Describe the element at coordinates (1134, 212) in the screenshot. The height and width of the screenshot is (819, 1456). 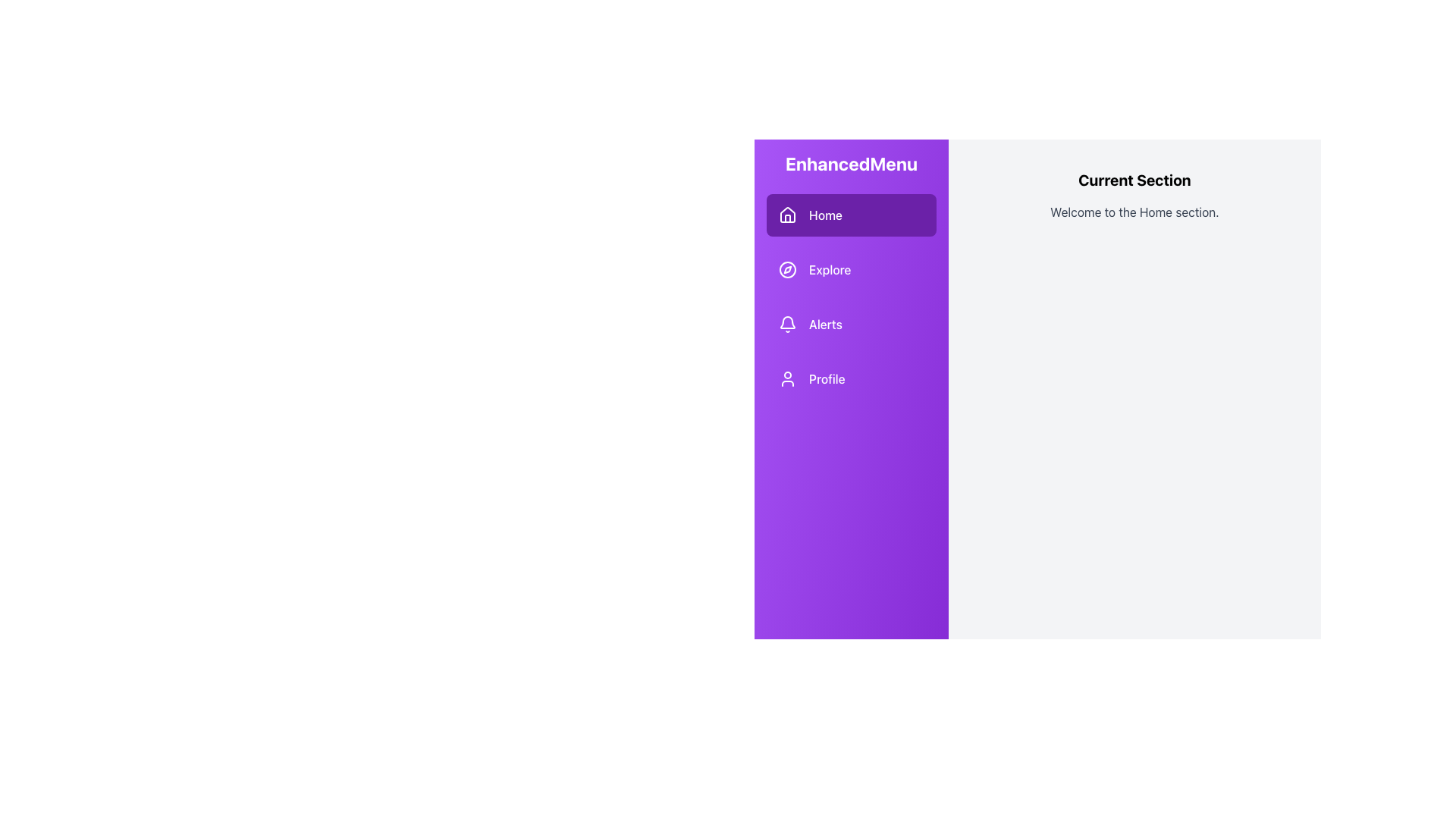
I see `text content of the Static Text Label that displays 'Welcome to the Home section.' positioned centrally below the 'Current Section' title` at that location.